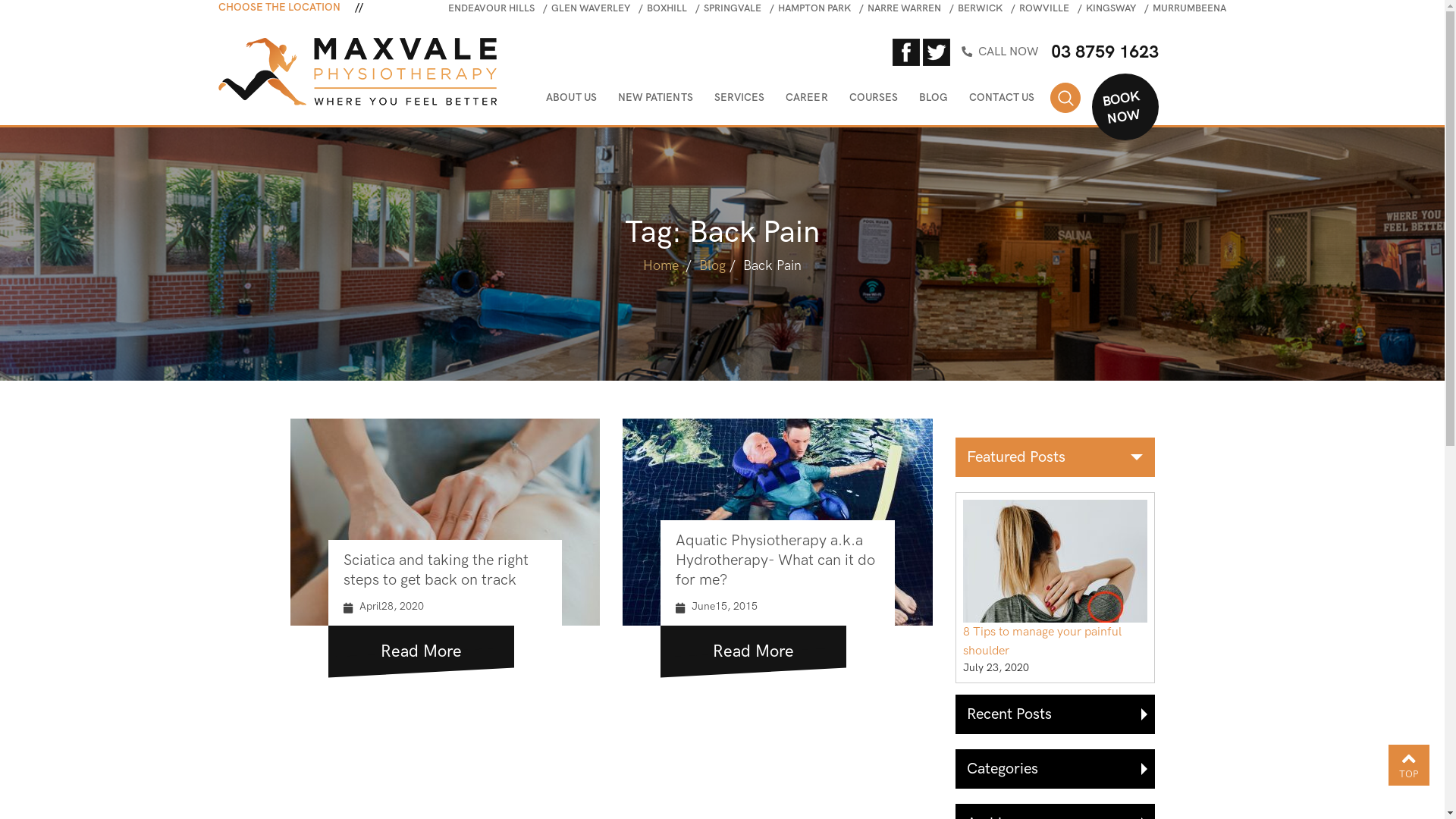 Image resolution: width=1456 pixels, height=819 pixels. I want to click on 'KINGSWAY', so click(1110, 8).